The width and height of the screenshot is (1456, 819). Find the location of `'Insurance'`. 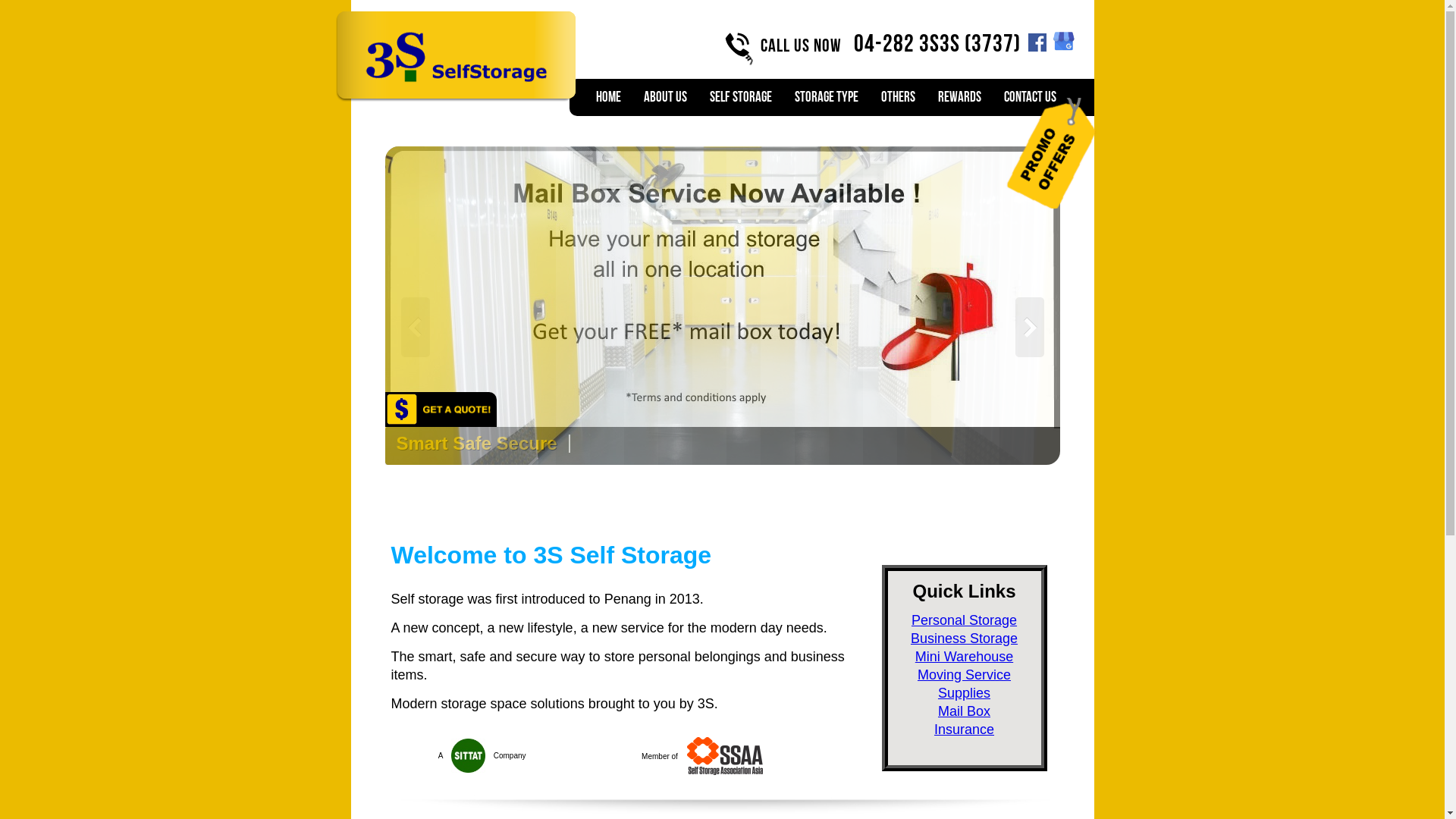

'Insurance' is located at coordinates (963, 728).